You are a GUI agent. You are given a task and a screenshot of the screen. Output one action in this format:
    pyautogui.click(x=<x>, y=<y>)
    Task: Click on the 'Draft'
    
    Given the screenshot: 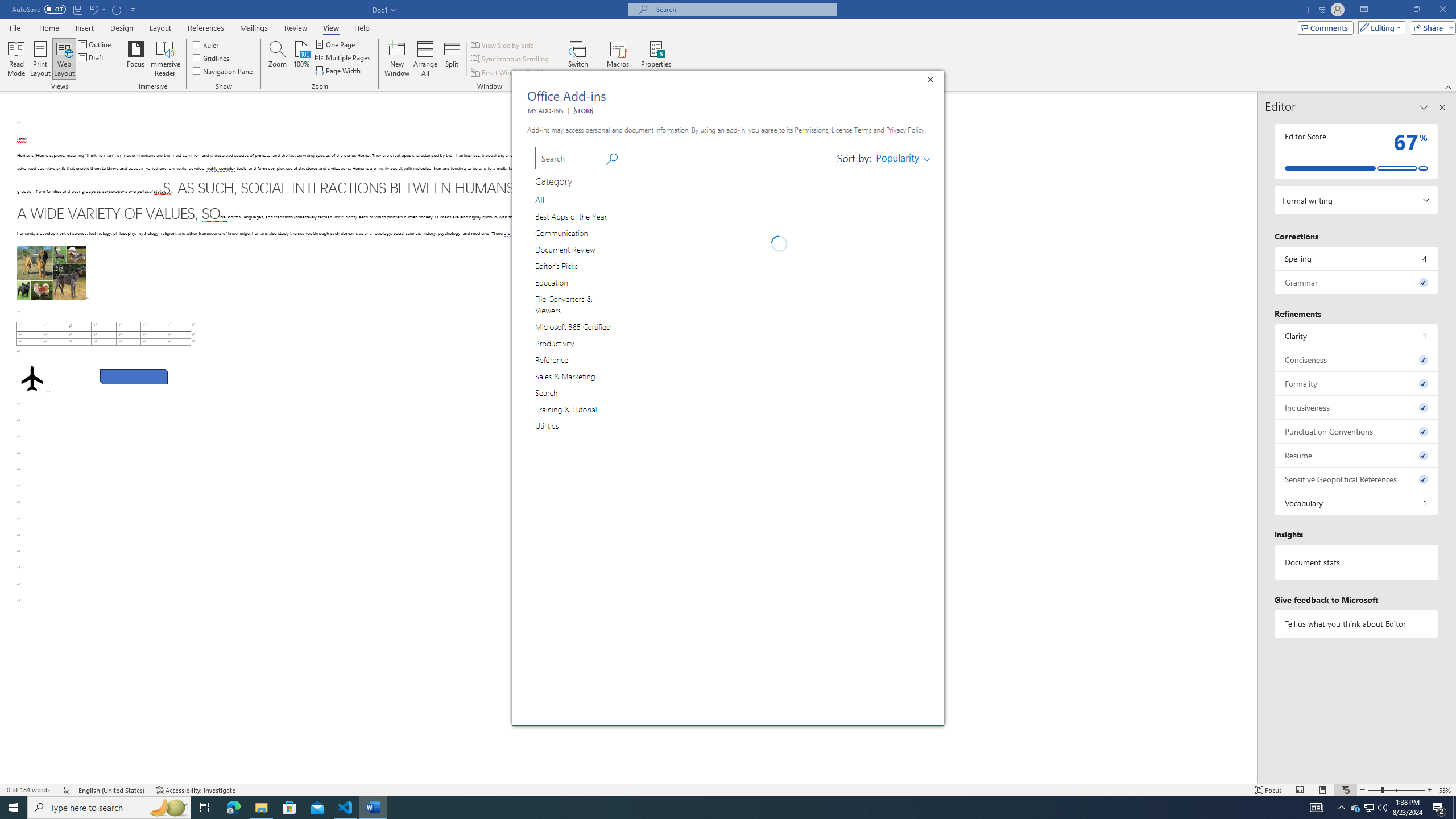 What is the action you would take?
    pyautogui.click(x=91, y=56)
    